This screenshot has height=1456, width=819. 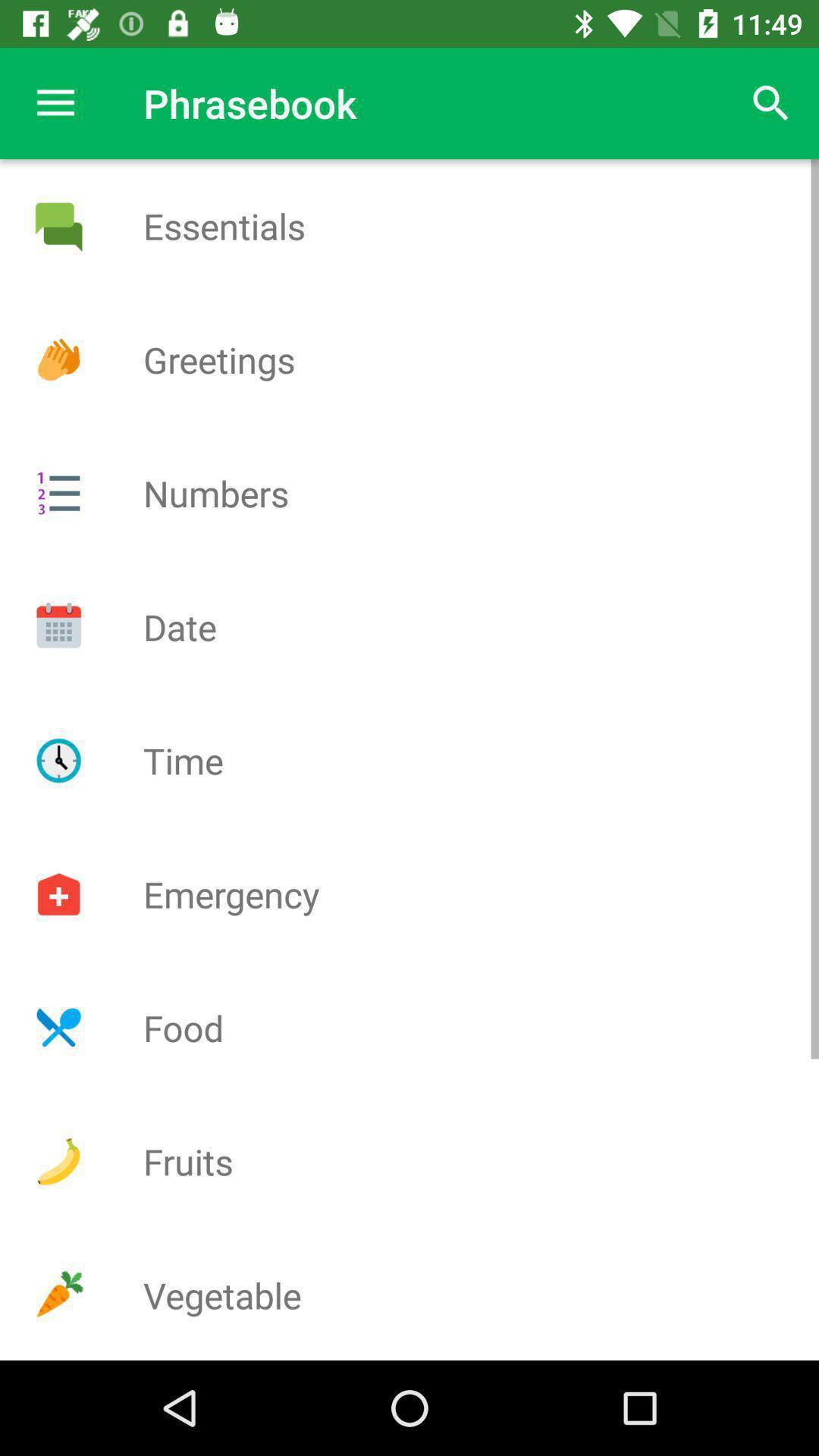 I want to click on message button, so click(x=58, y=225).